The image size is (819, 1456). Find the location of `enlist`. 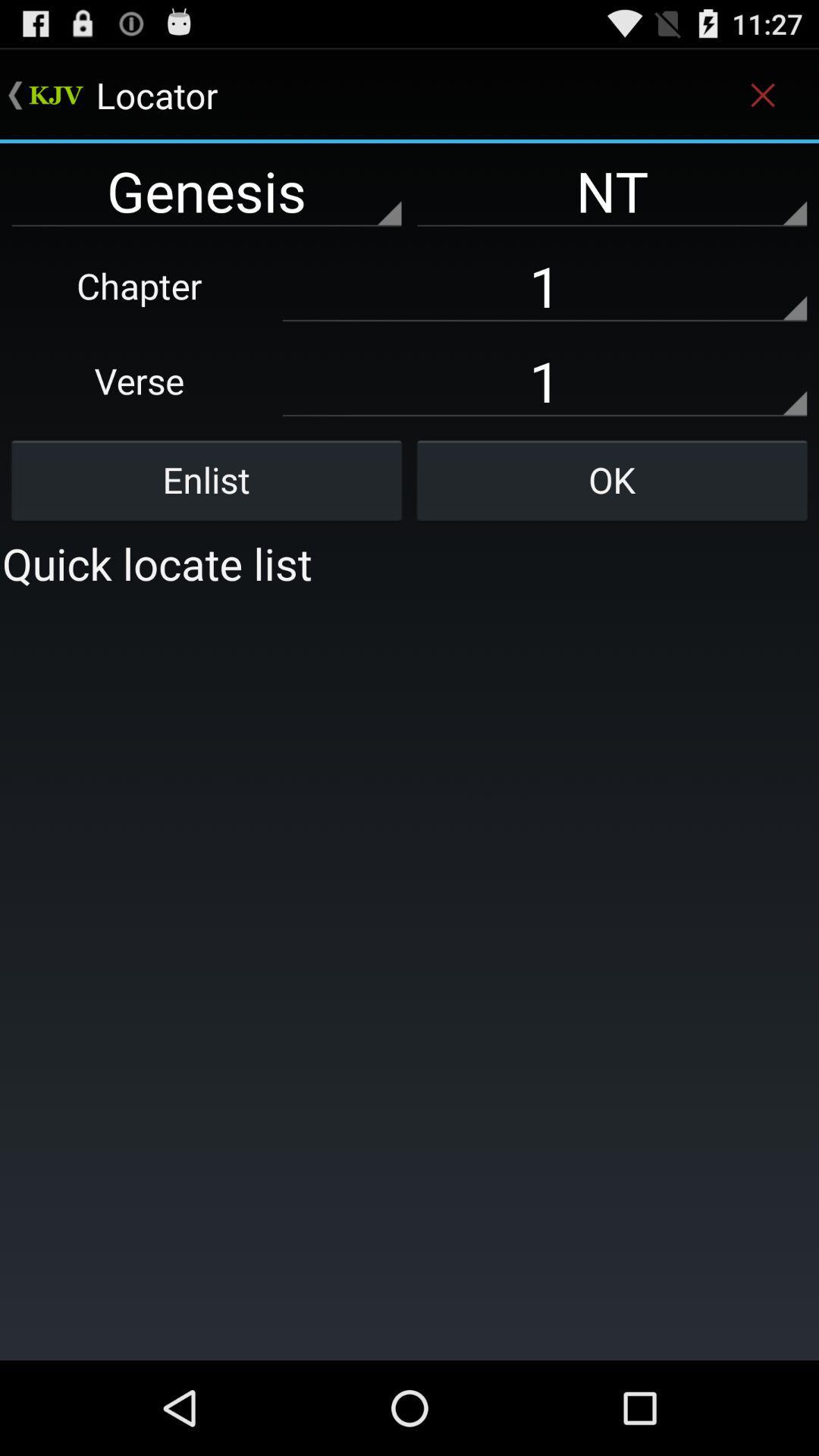

enlist is located at coordinates (206, 479).